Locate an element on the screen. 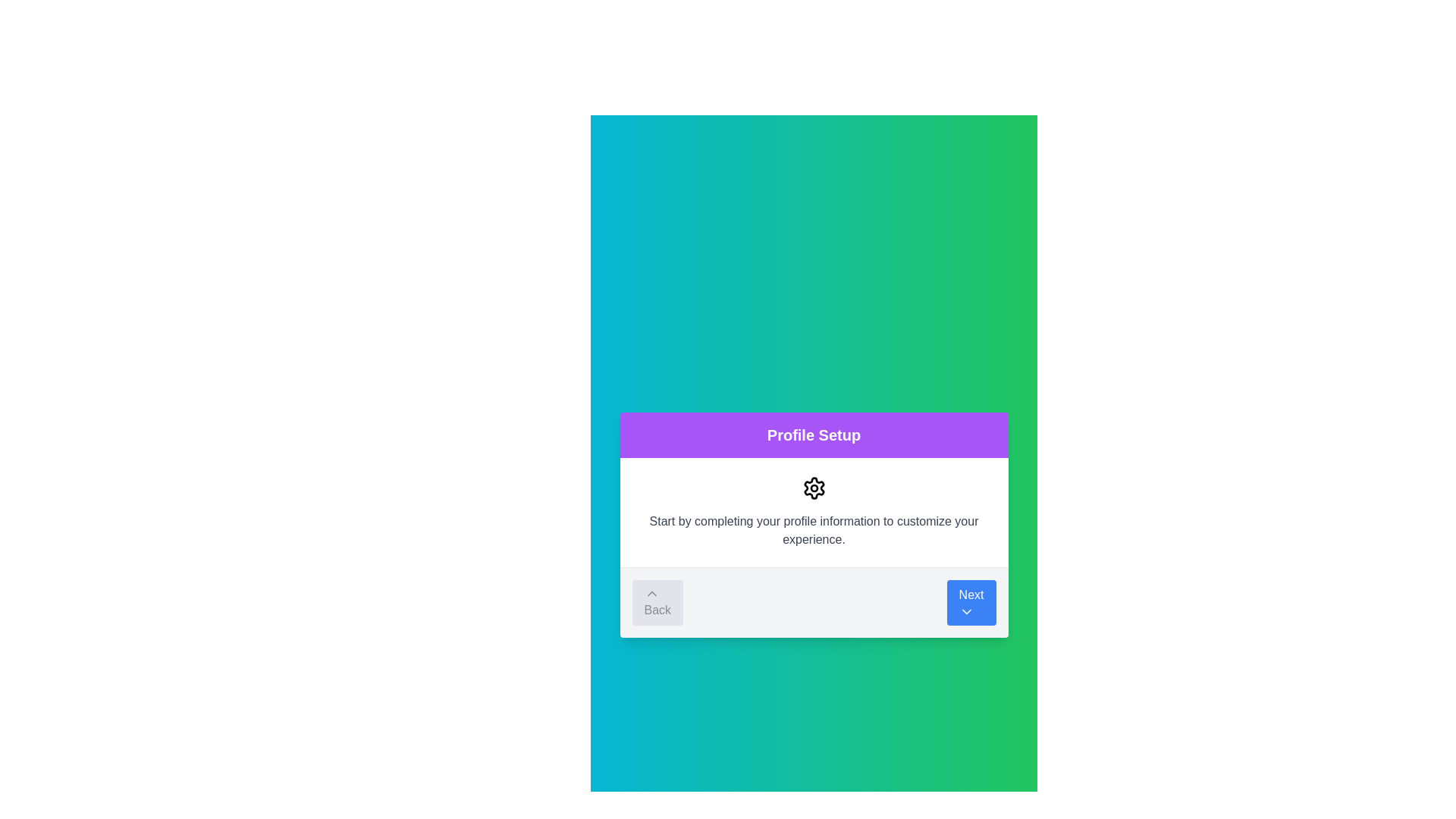 Image resolution: width=1456 pixels, height=819 pixels. the chevron-down SVG icon located at the bottom-right corner of the 'Next' button is located at coordinates (965, 610).